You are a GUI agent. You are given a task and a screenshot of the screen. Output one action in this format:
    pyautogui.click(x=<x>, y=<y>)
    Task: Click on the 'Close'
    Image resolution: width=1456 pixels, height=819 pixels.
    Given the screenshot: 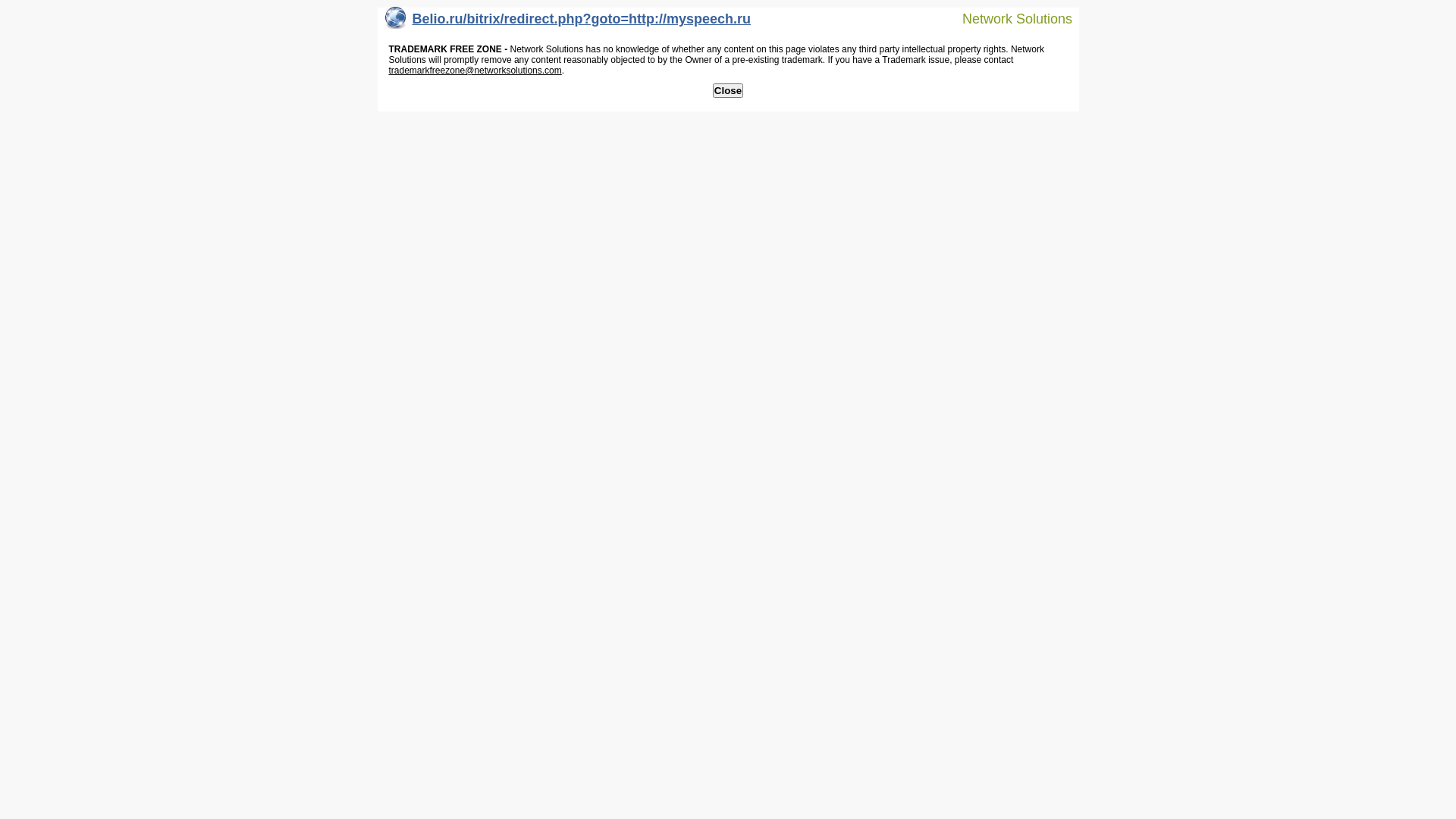 What is the action you would take?
    pyautogui.click(x=728, y=90)
    